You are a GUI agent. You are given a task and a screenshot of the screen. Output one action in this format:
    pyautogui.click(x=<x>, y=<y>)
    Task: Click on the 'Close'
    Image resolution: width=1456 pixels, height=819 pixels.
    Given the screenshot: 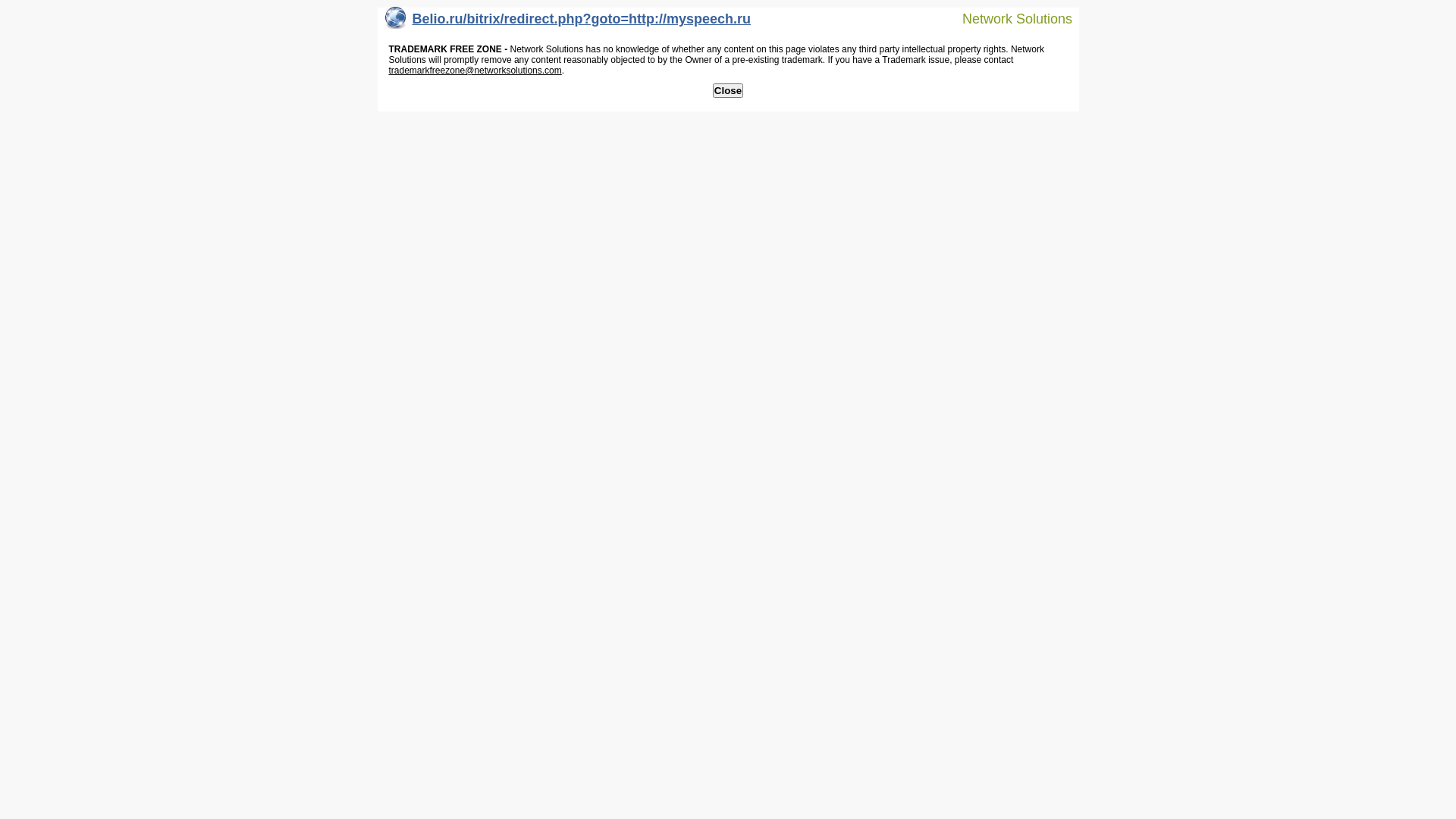 What is the action you would take?
    pyautogui.click(x=728, y=90)
    